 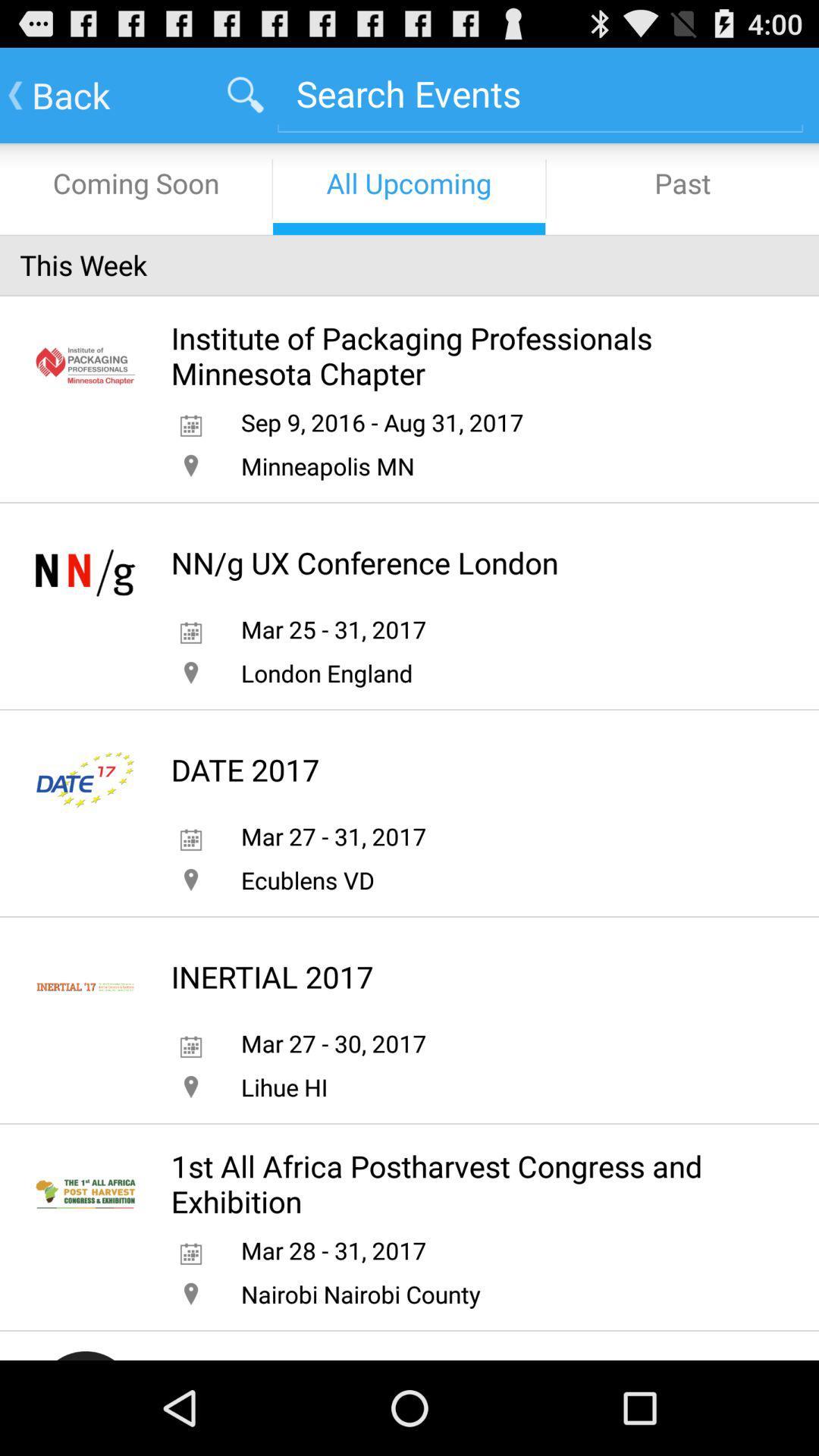 I want to click on lihue hi, so click(x=284, y=1086).